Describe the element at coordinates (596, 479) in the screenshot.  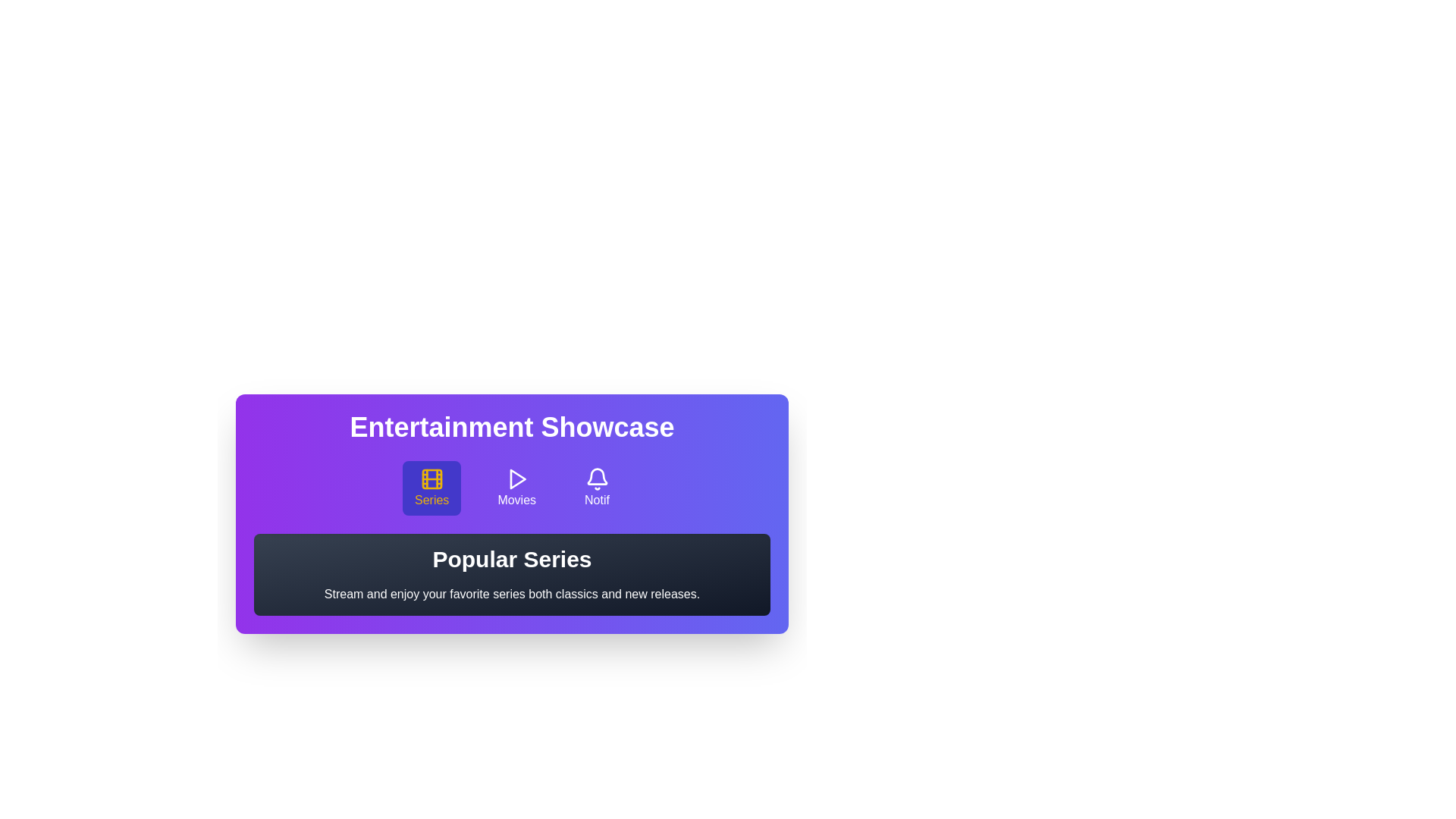
I see `the bell icon on the rightmost side of the 'Entertainment Showcase' section` at that location.